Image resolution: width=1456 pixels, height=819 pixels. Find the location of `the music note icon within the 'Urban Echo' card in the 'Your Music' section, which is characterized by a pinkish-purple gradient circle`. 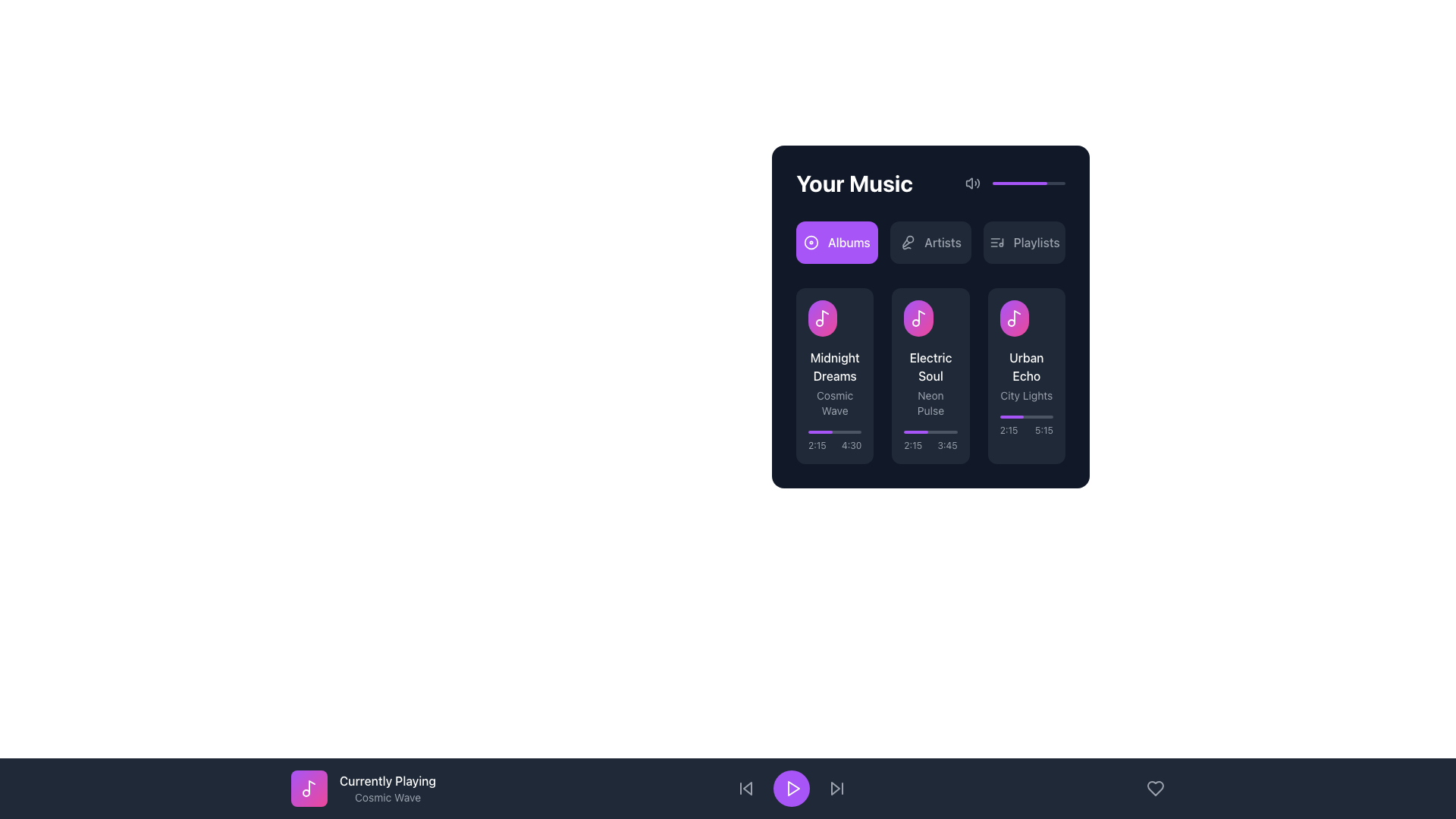

the music note icon within the 'Urban Echo' card in the 'Your Music' section, which is characterized by a pinkish-purple gradient circle is located at coordinates (1014, 318).